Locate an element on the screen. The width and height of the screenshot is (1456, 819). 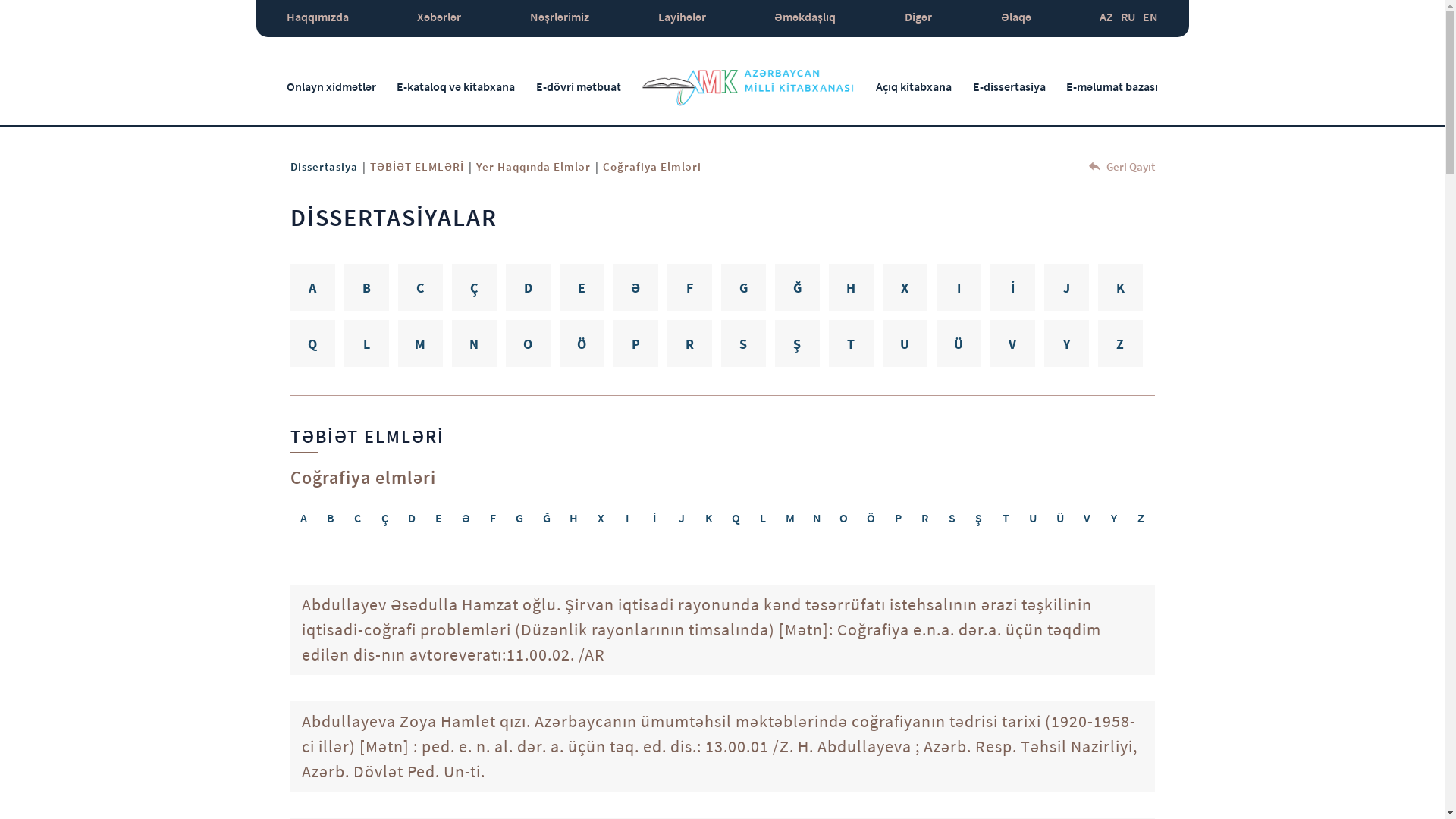
'RU' is located at coordinates (1128, 18).